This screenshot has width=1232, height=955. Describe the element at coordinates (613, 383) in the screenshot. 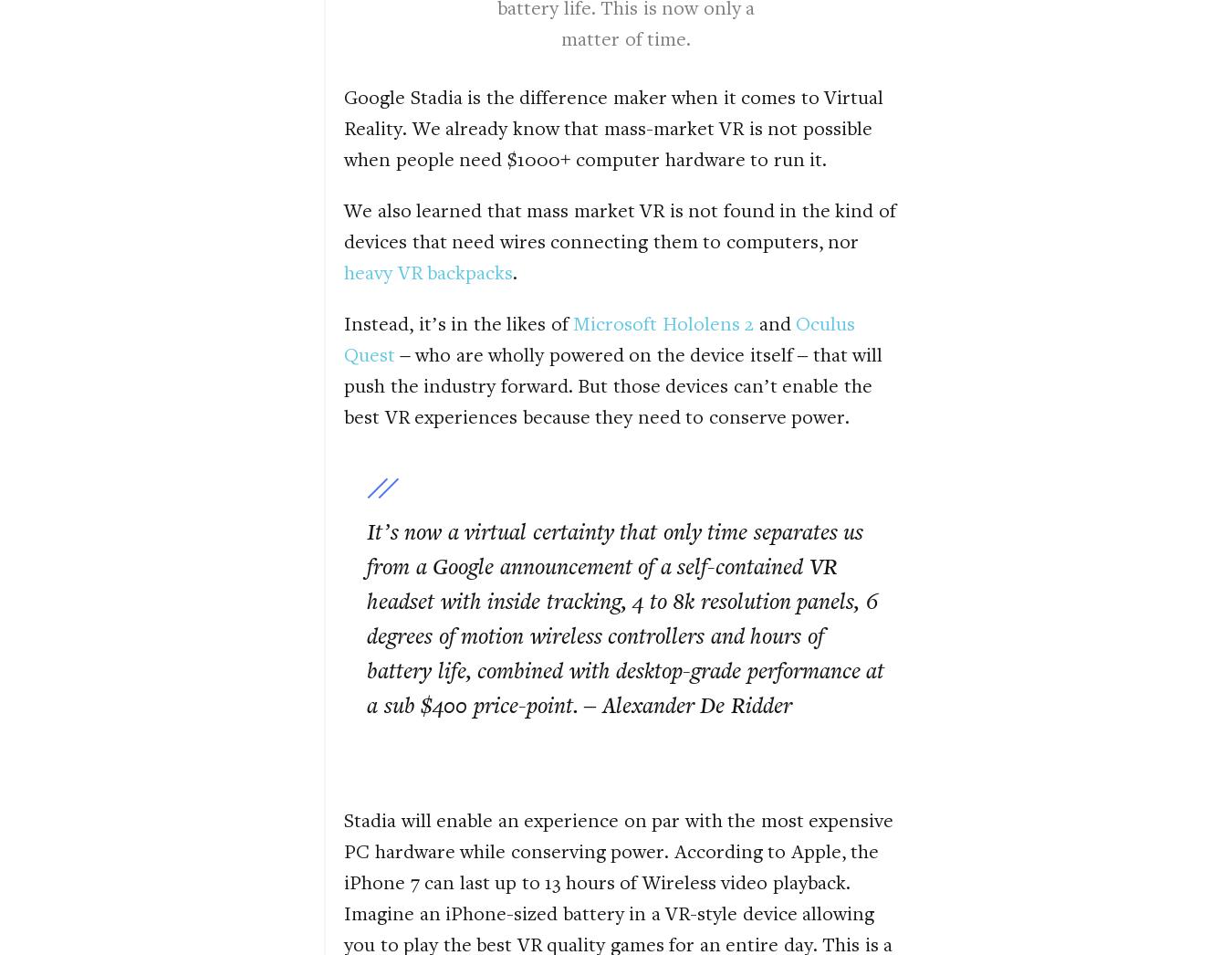

I see `'– who are wholly powered on the device itself – that will push the industry forward. But those devices can’t enable the best VR experiences because they need to conserve power.'` at that location.